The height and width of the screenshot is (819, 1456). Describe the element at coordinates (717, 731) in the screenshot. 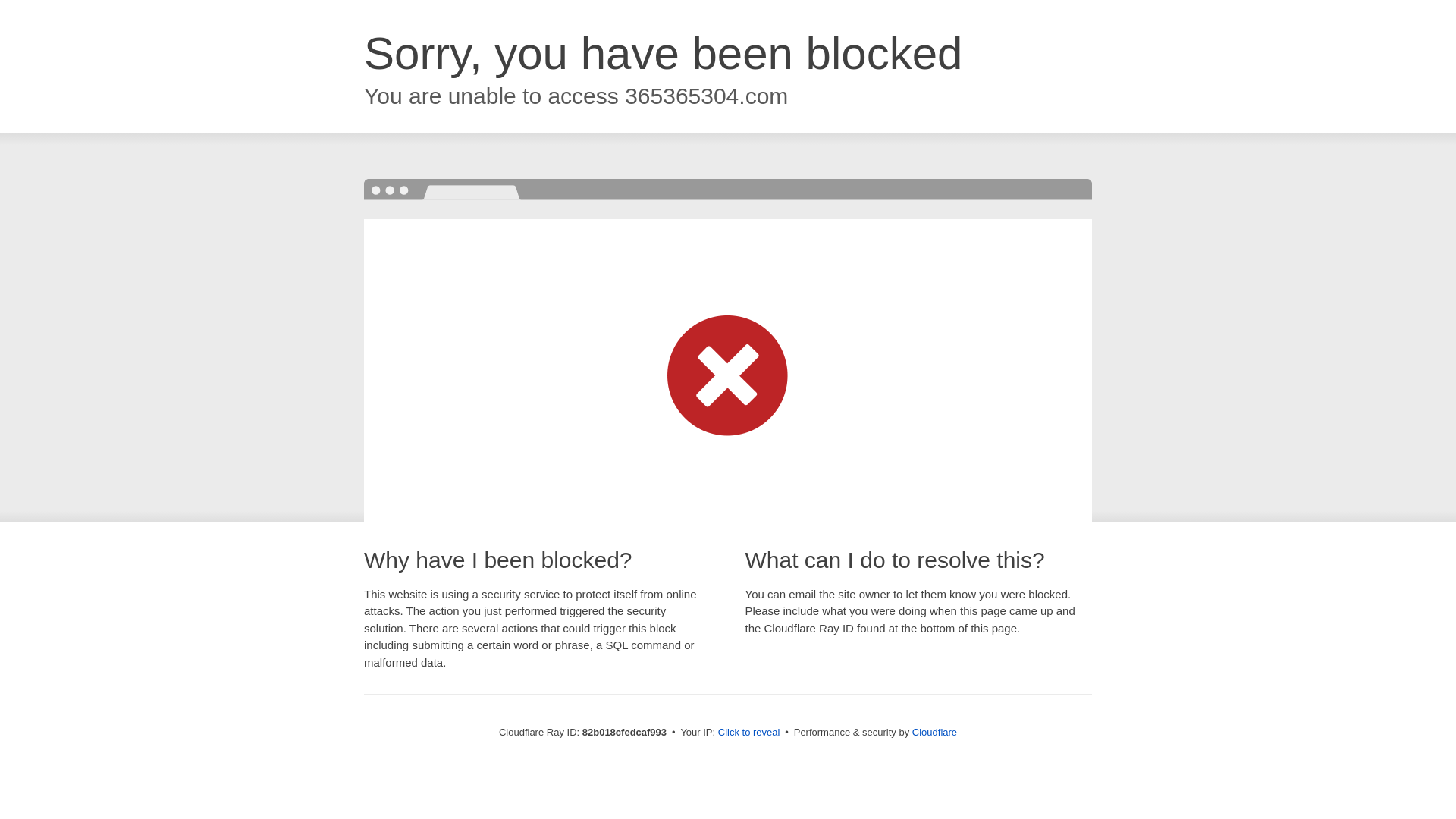

I see `'Click to reveal'` at that location.